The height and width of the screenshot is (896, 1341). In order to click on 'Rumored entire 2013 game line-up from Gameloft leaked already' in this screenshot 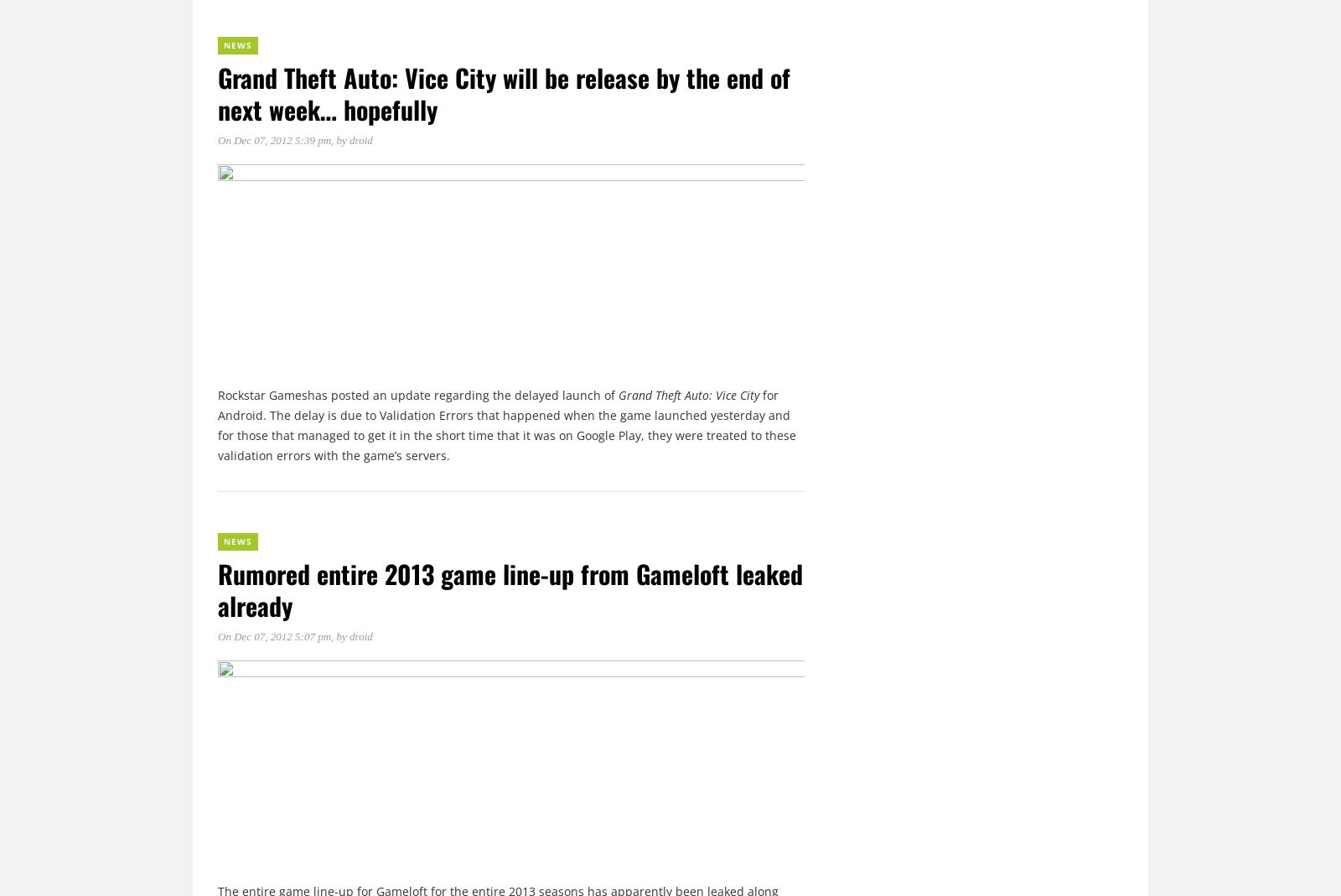, I will do `click(510, 588)`.